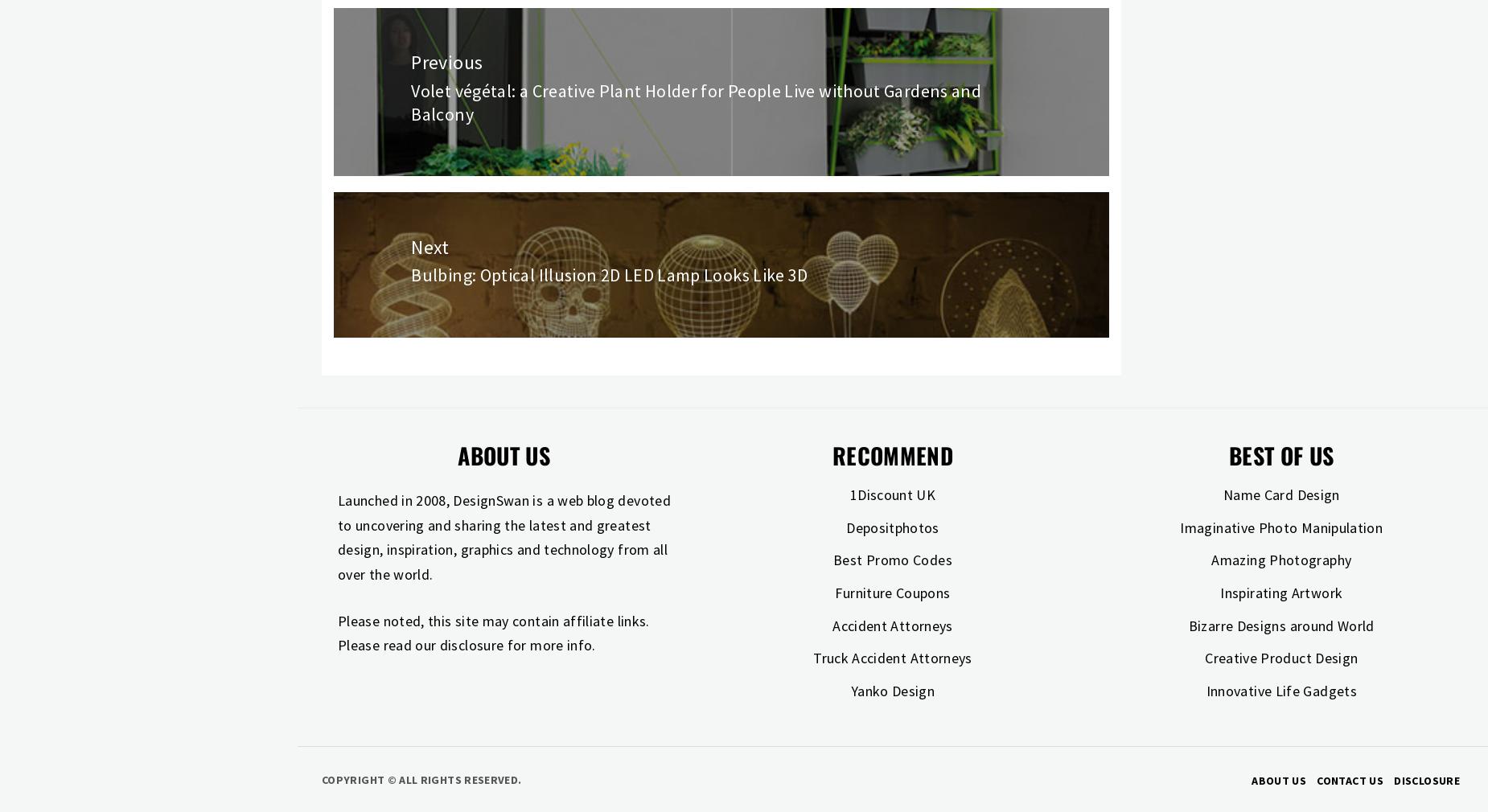 The width and height of the screenshot is (1488, 812). What do you see at coordinates (891, 658) in the screenshot?
I see `'Truck Accident Attorneys'` at bounding box center [891, 658].